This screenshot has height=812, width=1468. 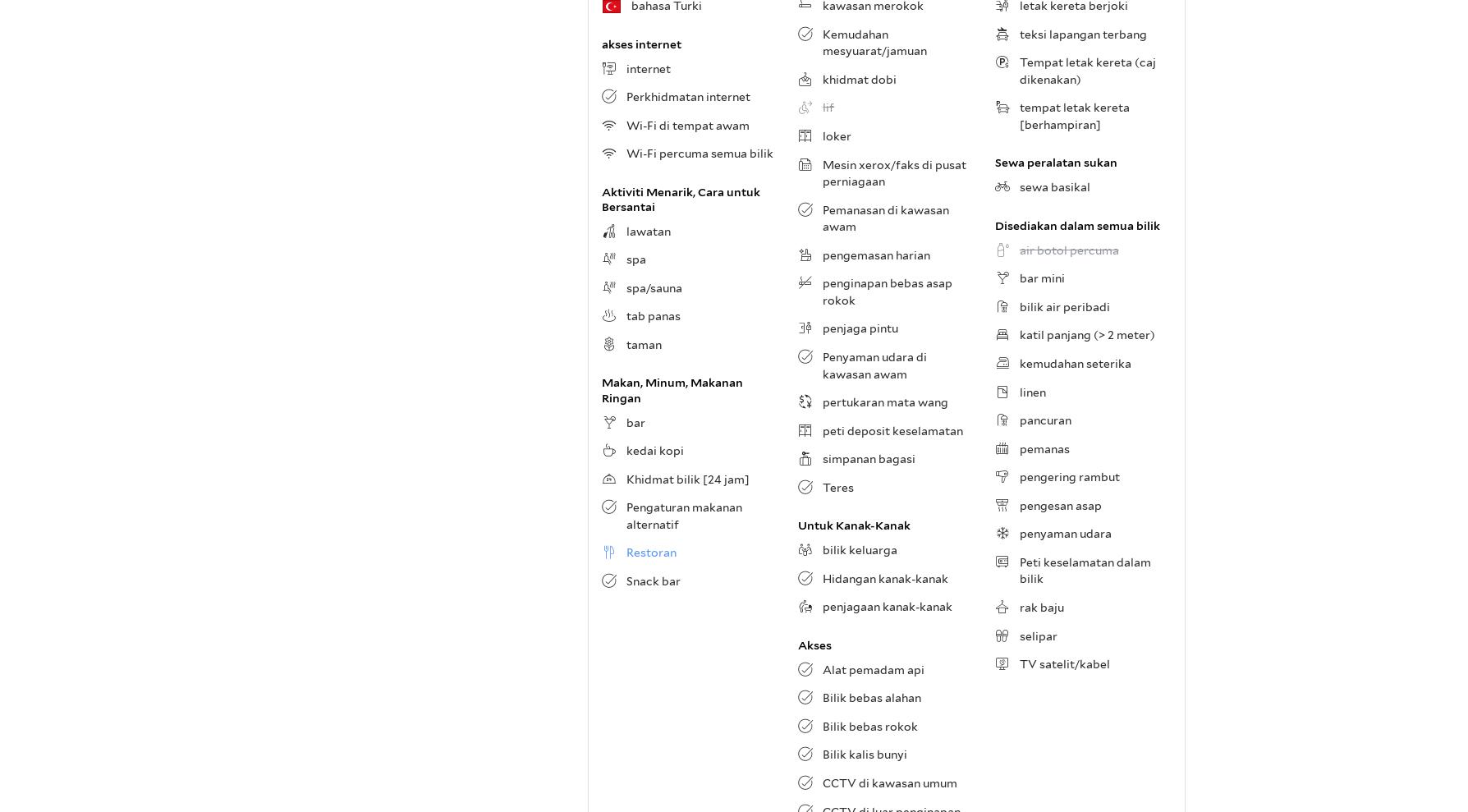 What do you see at coordinates (874, 627) in the screenshot?
I see `'Menurut tetamu yang telah menginap di sini, keselesaan bilik di hotel dinilai lebih tinggi berbanding 97% penginapan lain di İstanbul.'` at bounding box center [874, 627].